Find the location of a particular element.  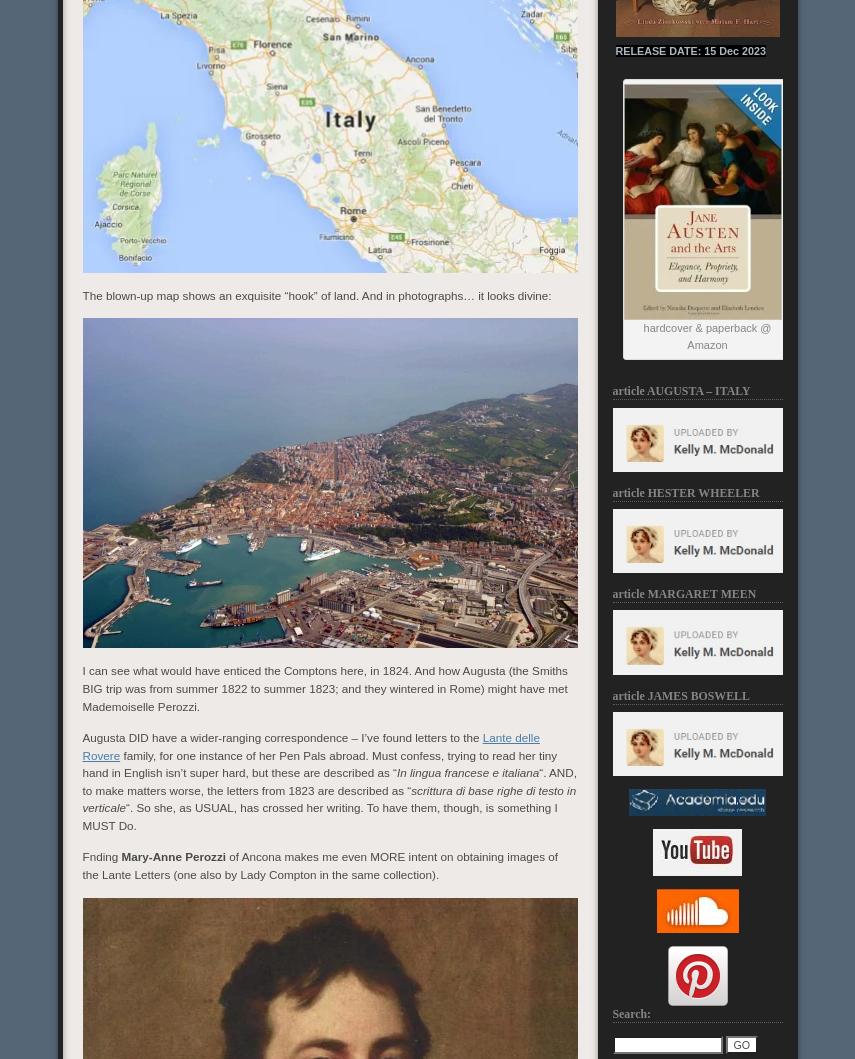

'The blown-up map shows an exquisite “hook” of land. And in photographs… it looks divine:' is located at coordinates (81, 294).